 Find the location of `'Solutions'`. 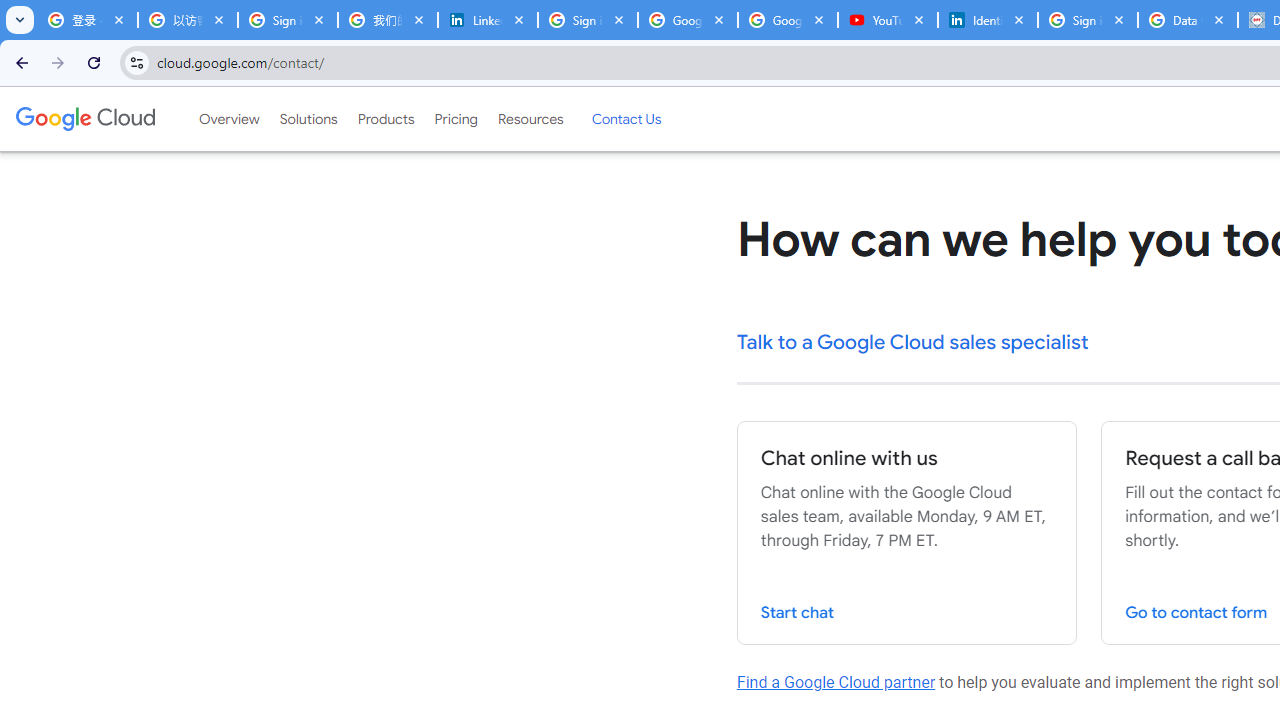

'Solutions' is located at coordinates (307, 119).